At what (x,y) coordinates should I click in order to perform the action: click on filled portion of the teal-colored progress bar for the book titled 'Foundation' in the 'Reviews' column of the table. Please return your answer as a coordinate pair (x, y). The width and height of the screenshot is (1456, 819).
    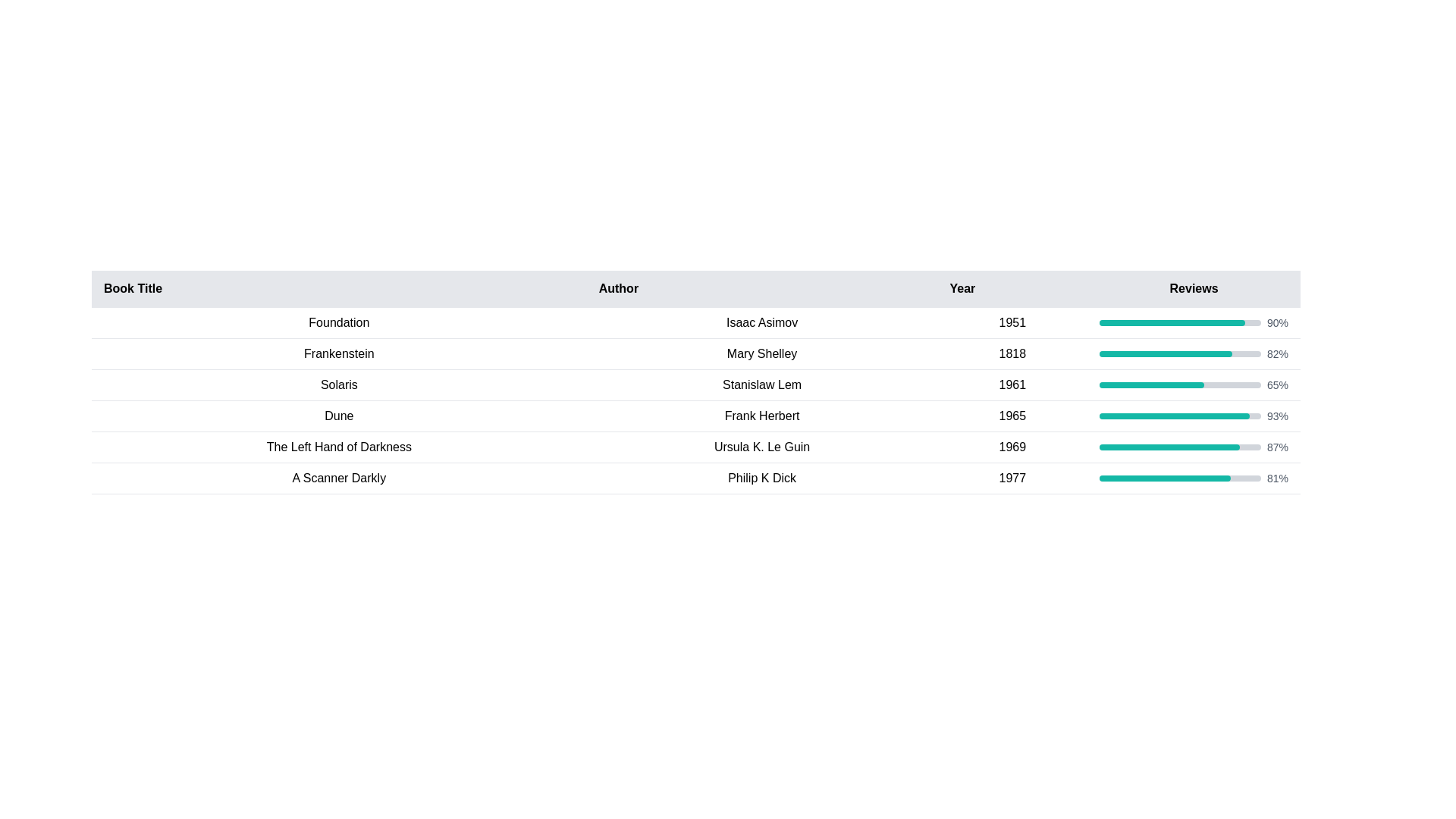
    Looking at the image, I should click on (1171, 322).